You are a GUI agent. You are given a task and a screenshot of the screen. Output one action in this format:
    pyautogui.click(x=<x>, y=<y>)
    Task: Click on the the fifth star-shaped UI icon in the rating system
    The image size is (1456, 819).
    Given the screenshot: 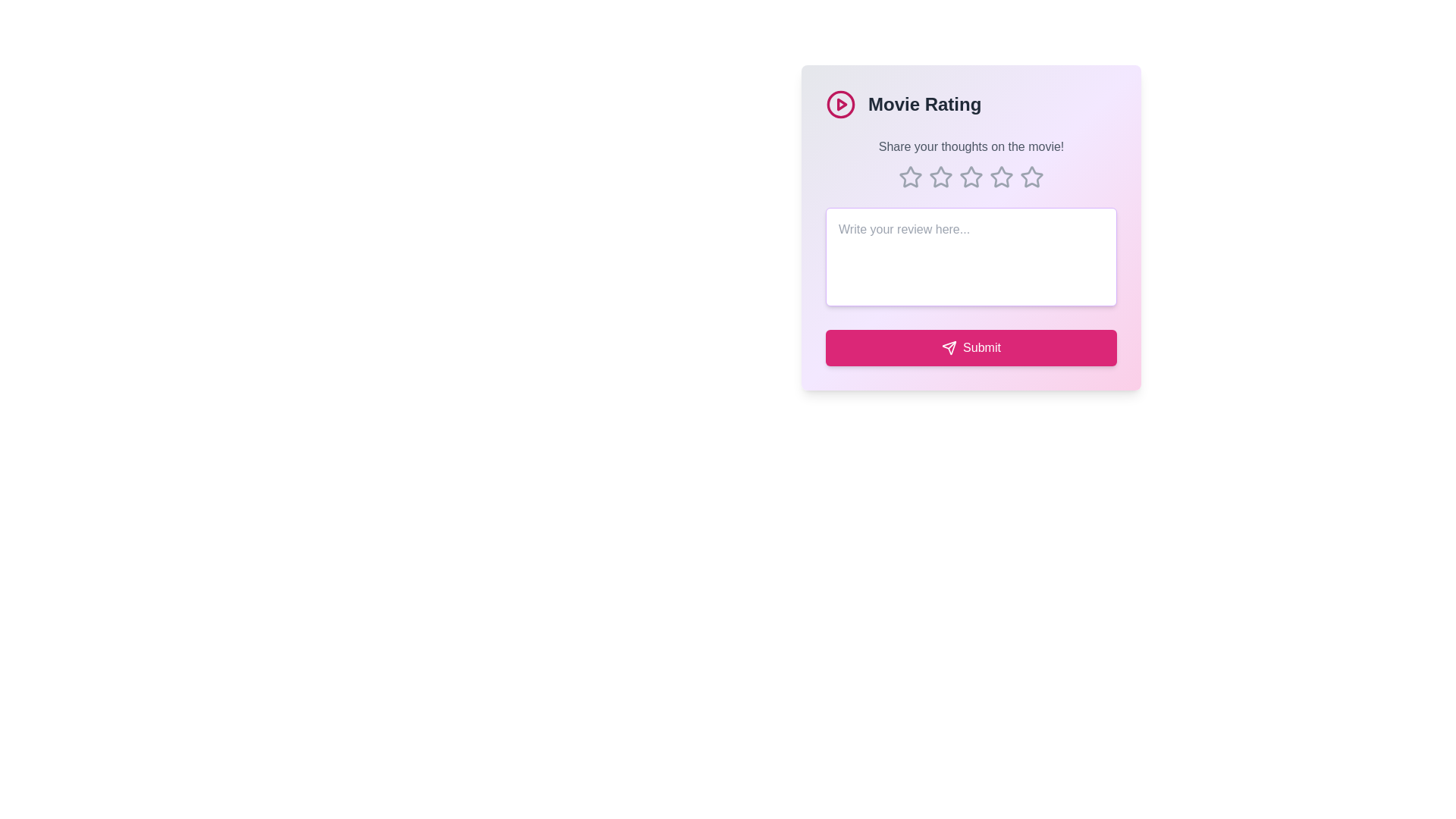 What is the action you would take?
    pyautogui.click(x=1031, y=177)
    